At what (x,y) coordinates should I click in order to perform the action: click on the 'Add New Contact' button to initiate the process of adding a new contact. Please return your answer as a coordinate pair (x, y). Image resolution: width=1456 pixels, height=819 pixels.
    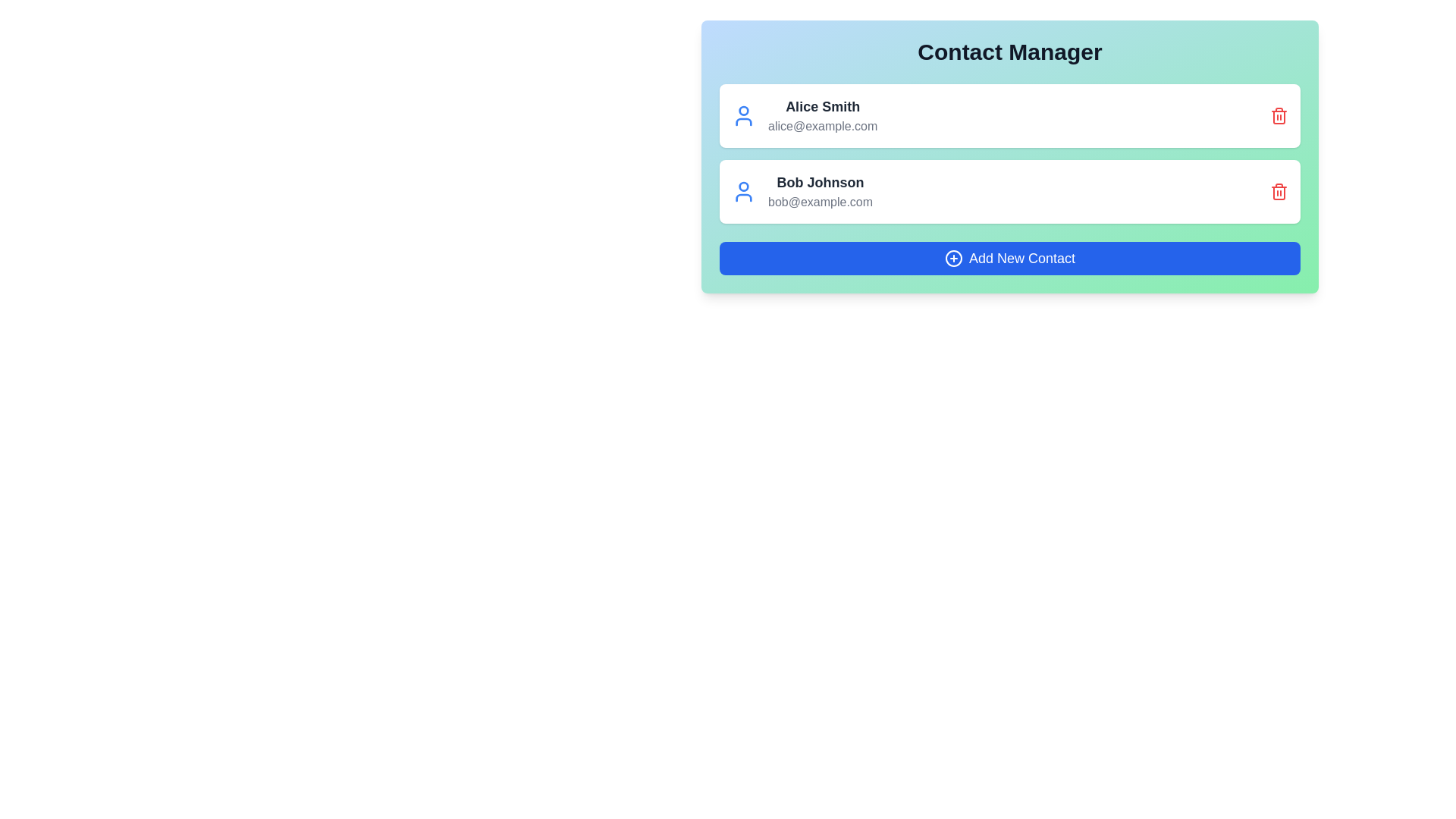
    Looking at the image, I should click on (1009, 257).